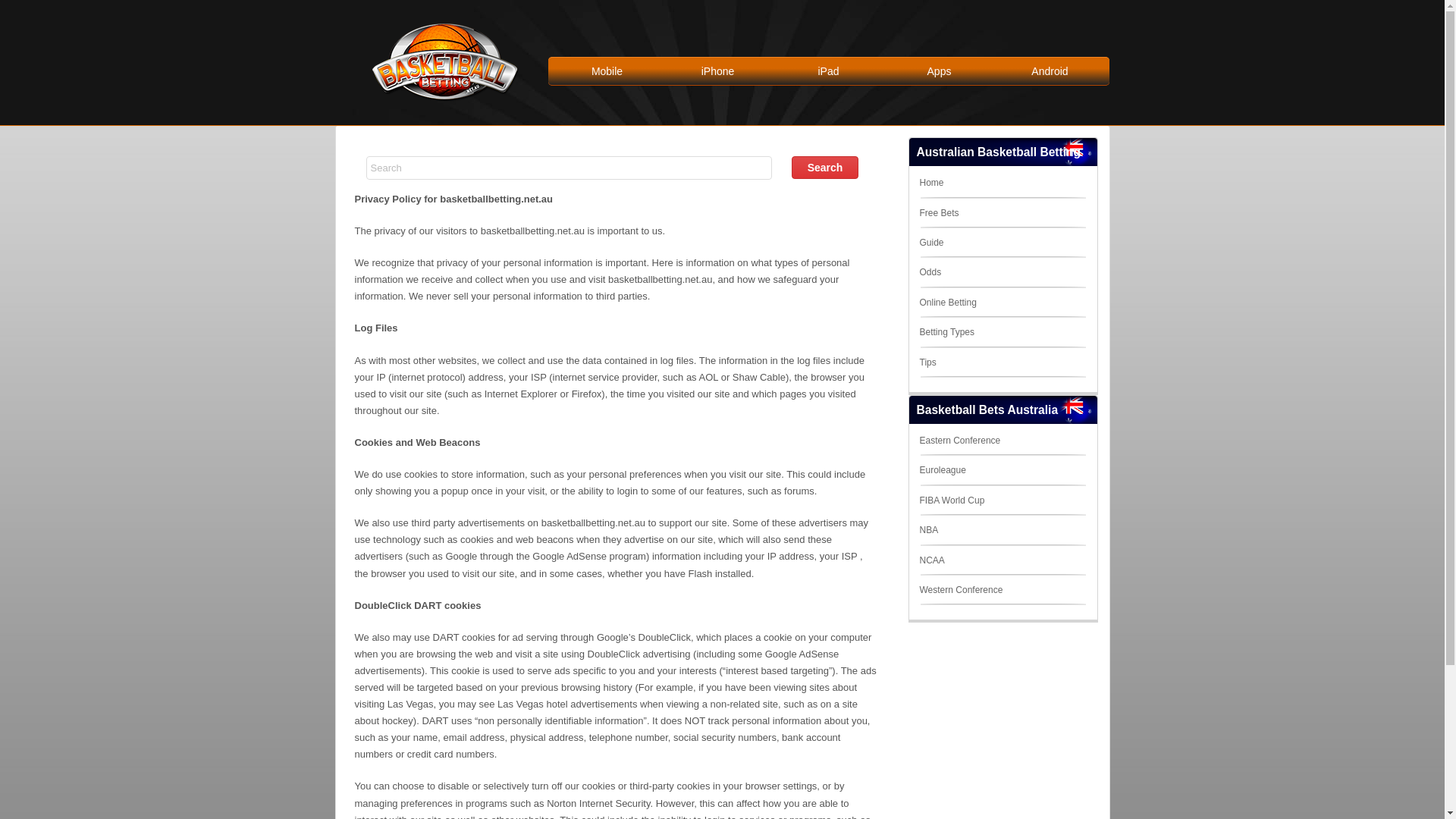 This screenshot has height=819, width=1456. Describe the element at coordinates (918, 500) in the screenshot. I see `'FIBA World Cup'` at that location.